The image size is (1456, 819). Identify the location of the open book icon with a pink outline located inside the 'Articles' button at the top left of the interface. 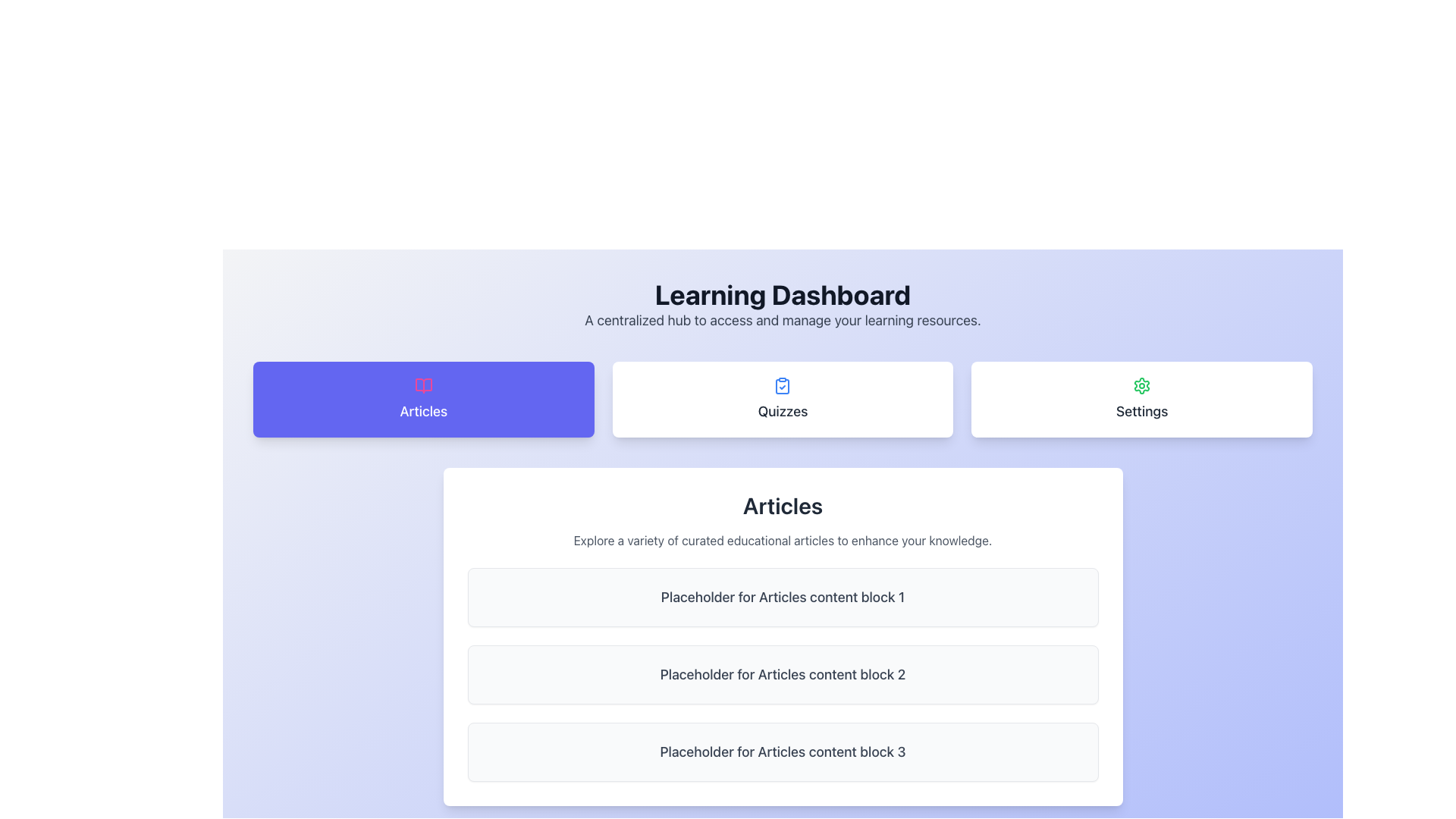
(423, 385).